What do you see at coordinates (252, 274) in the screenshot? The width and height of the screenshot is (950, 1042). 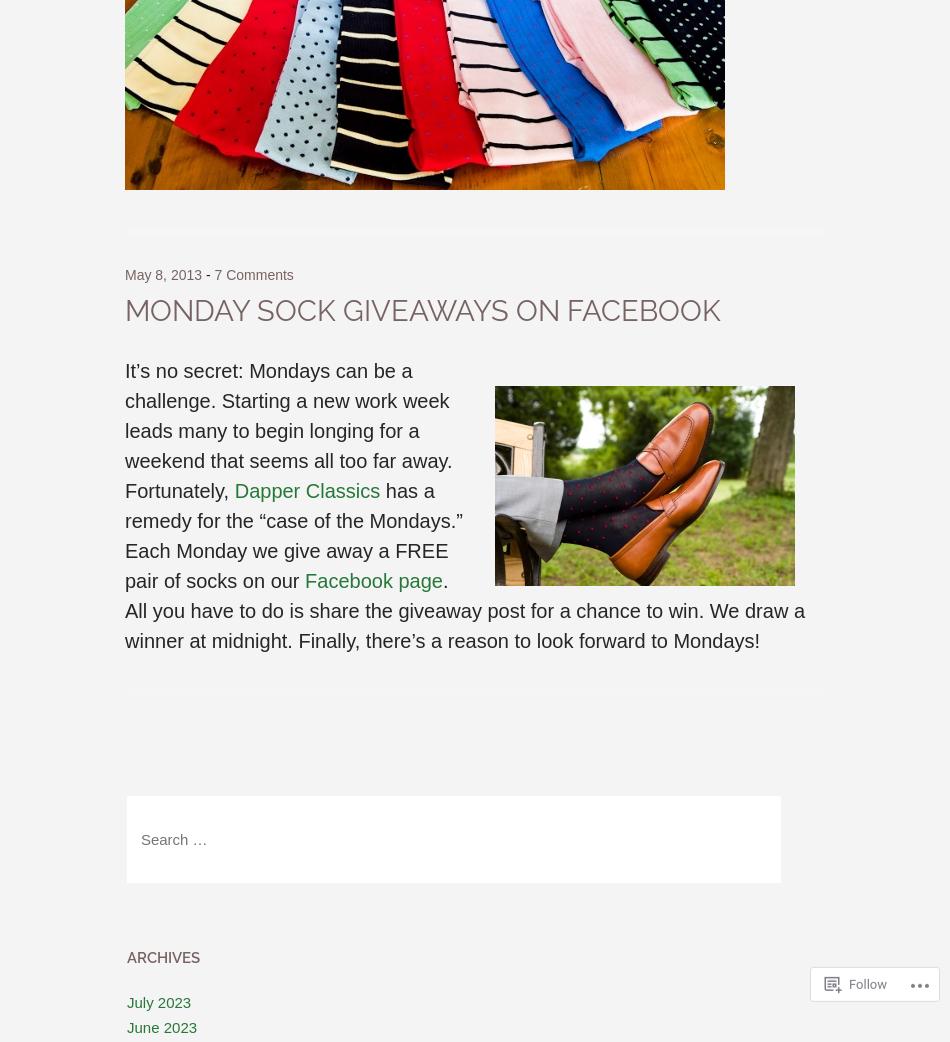 I see `'7 Comments'` at bounding box center [252, 274].